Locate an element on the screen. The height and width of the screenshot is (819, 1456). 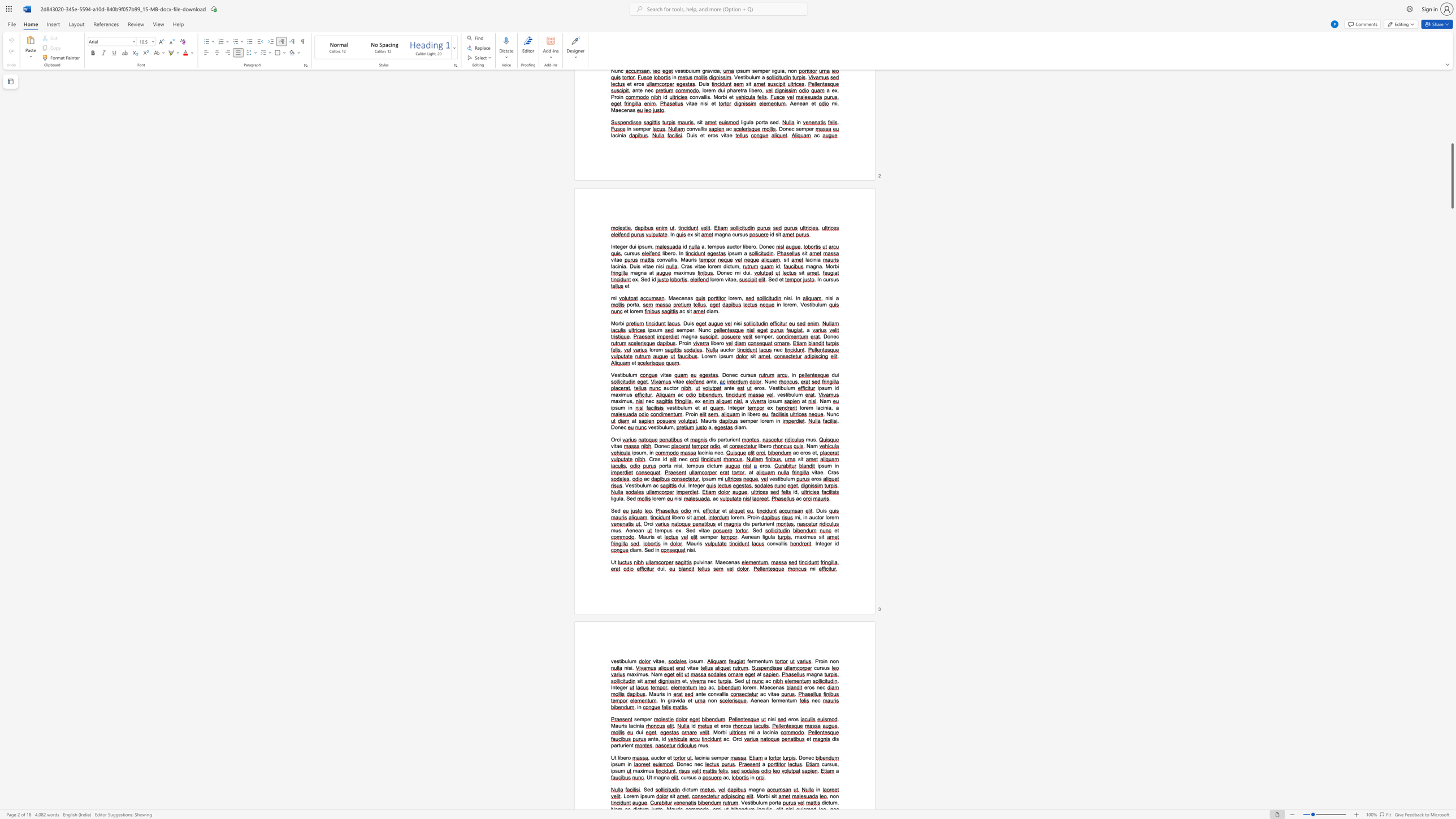
the space between the continuous character "C" and "r" in the text is located at coordinates (830, 472).